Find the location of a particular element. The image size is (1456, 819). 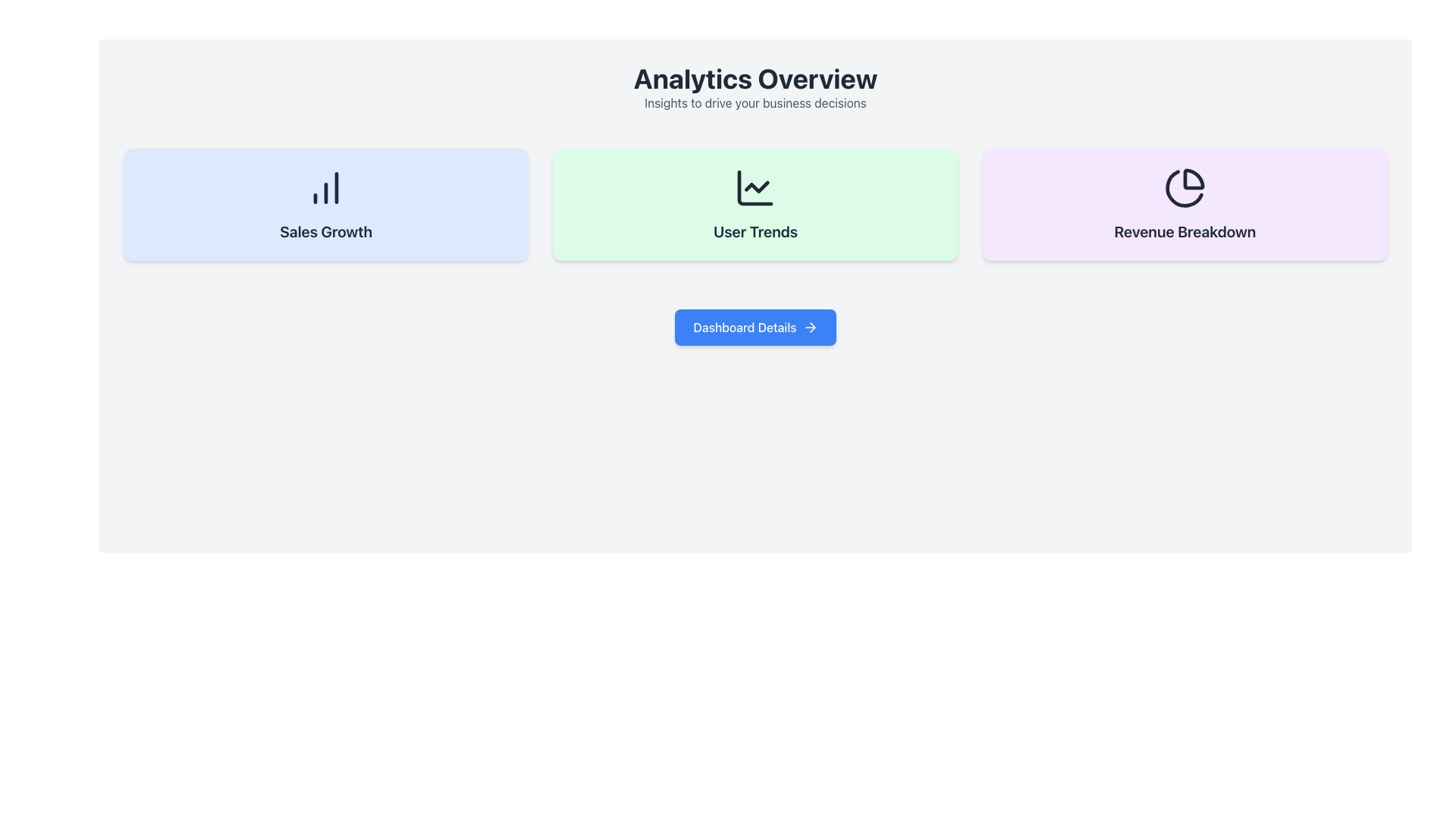

the text label that reads 'Insights to drive your business decisions', which is styled in gray and positioned centrally below the 'Analytics Overview' heading is located at coordinates (755, 102).